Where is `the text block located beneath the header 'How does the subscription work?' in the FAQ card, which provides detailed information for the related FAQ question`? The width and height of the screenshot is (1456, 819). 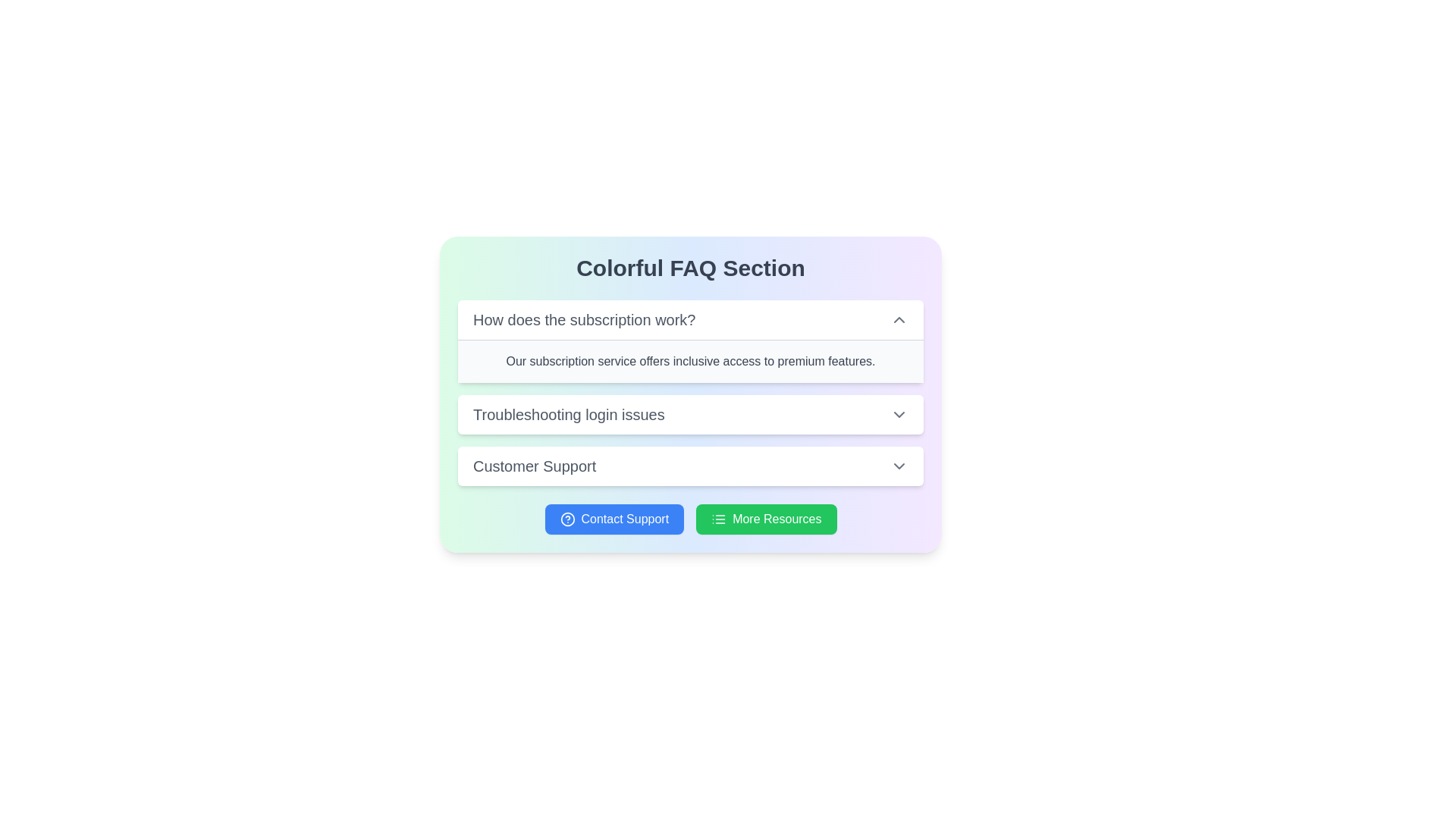
the text block located beneath the header 'How does the subscription work?' in the FAQ card, which provides detailed information for the related FAQ question is located at coordinates (690, 361).